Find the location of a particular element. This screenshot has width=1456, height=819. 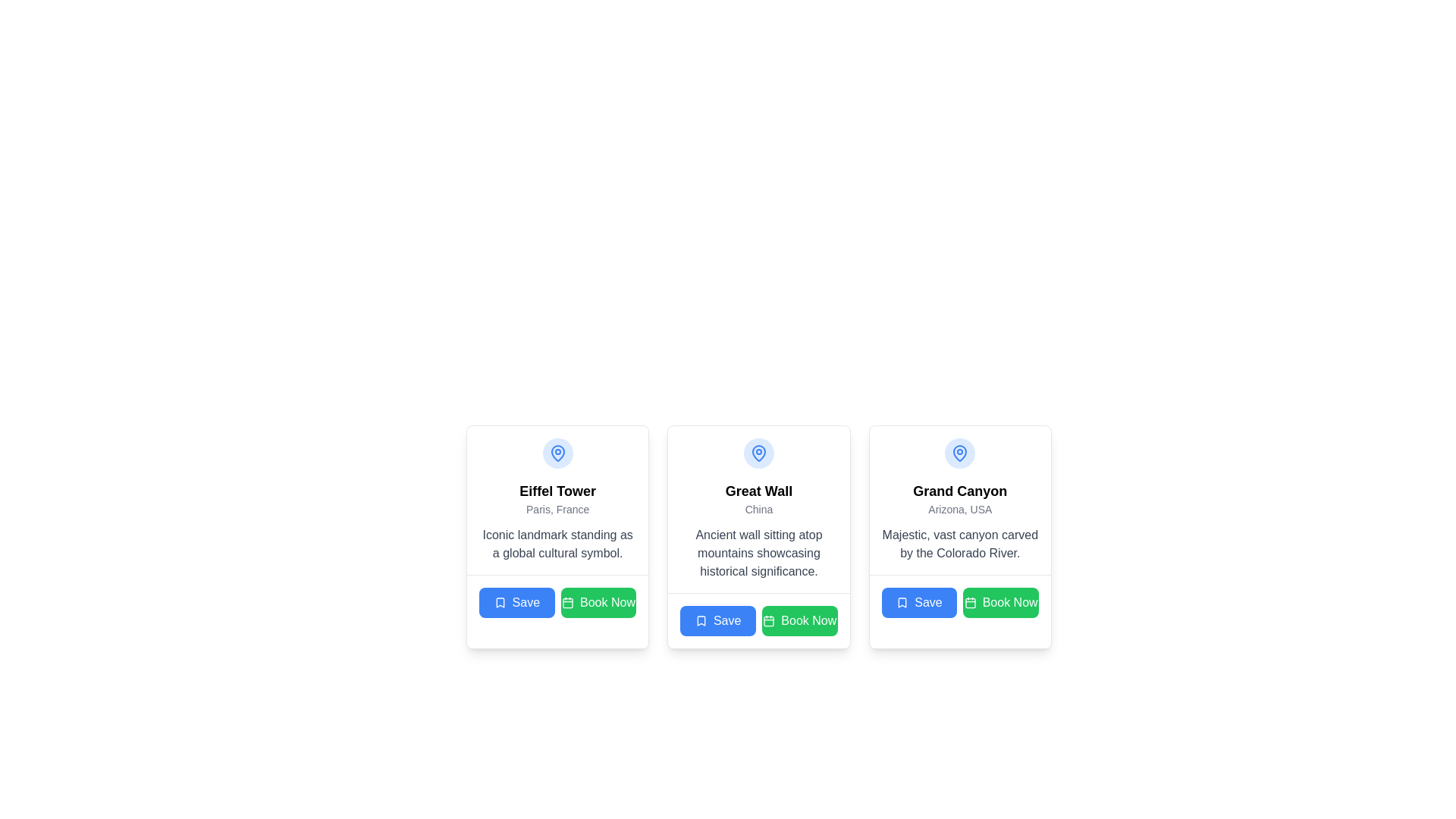

the calendar icon located to the left of the 'Book Now' text within the first card (Eiffel Tower) button is located at coordinates (566, 601).